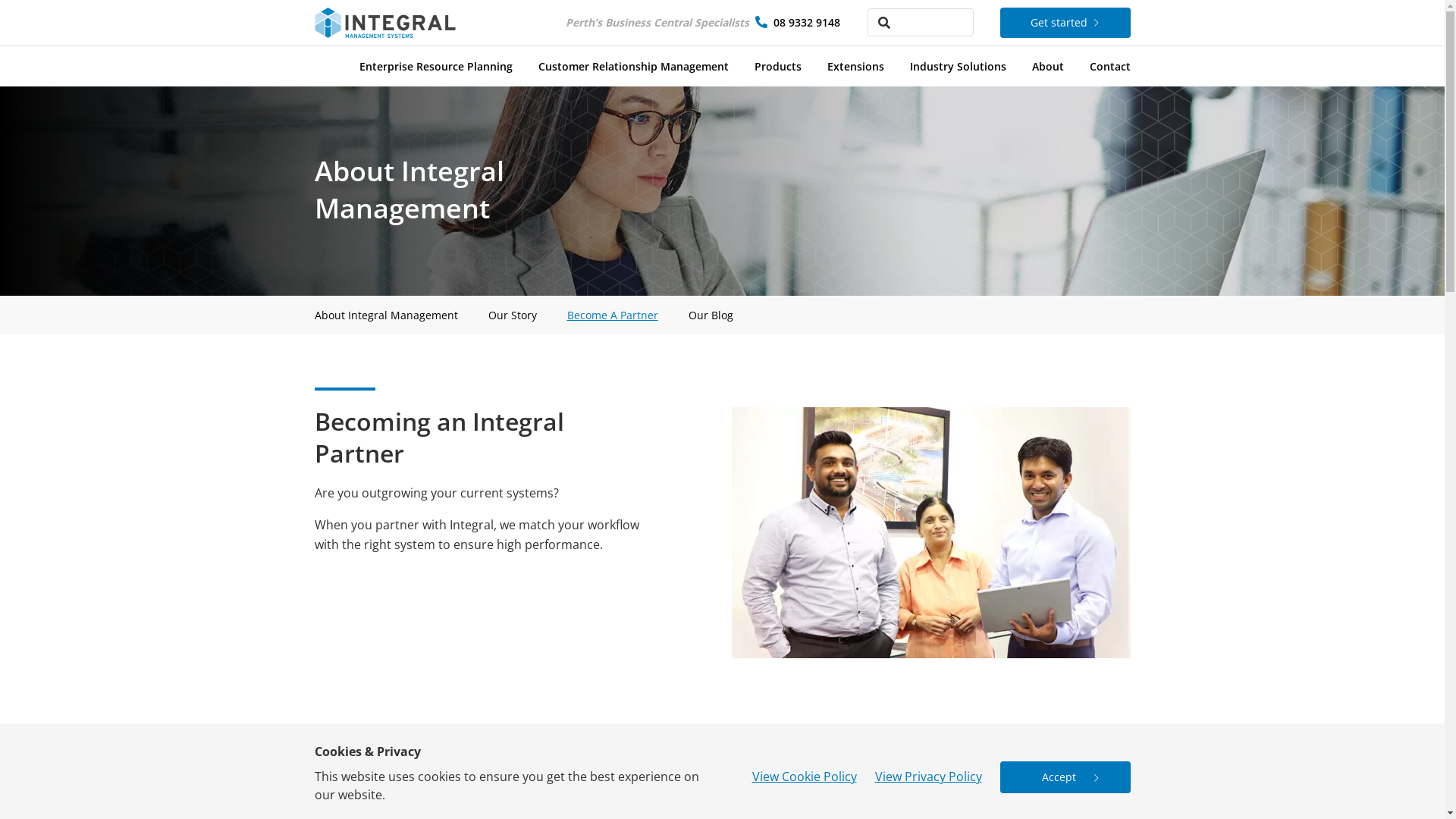 The width and height of the screenshot is (1456, 819). I want to click on 'Contact', so click(1109, 62).